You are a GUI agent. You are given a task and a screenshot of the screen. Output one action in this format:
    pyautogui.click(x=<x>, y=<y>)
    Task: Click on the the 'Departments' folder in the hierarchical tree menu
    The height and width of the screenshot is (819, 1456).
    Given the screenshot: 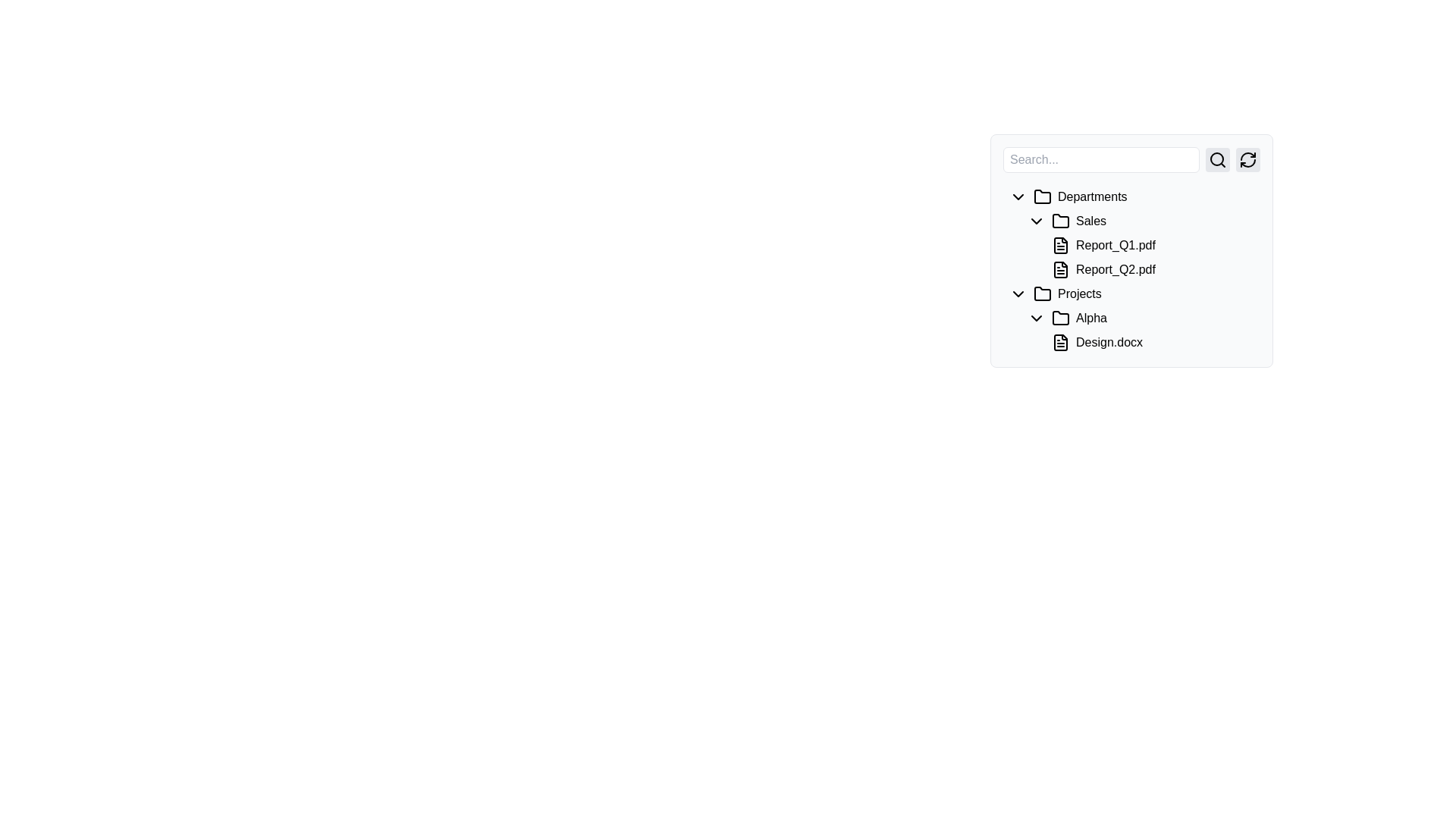 What is the action you would take?
    pyautogui.click(x=1131, y=196)
    